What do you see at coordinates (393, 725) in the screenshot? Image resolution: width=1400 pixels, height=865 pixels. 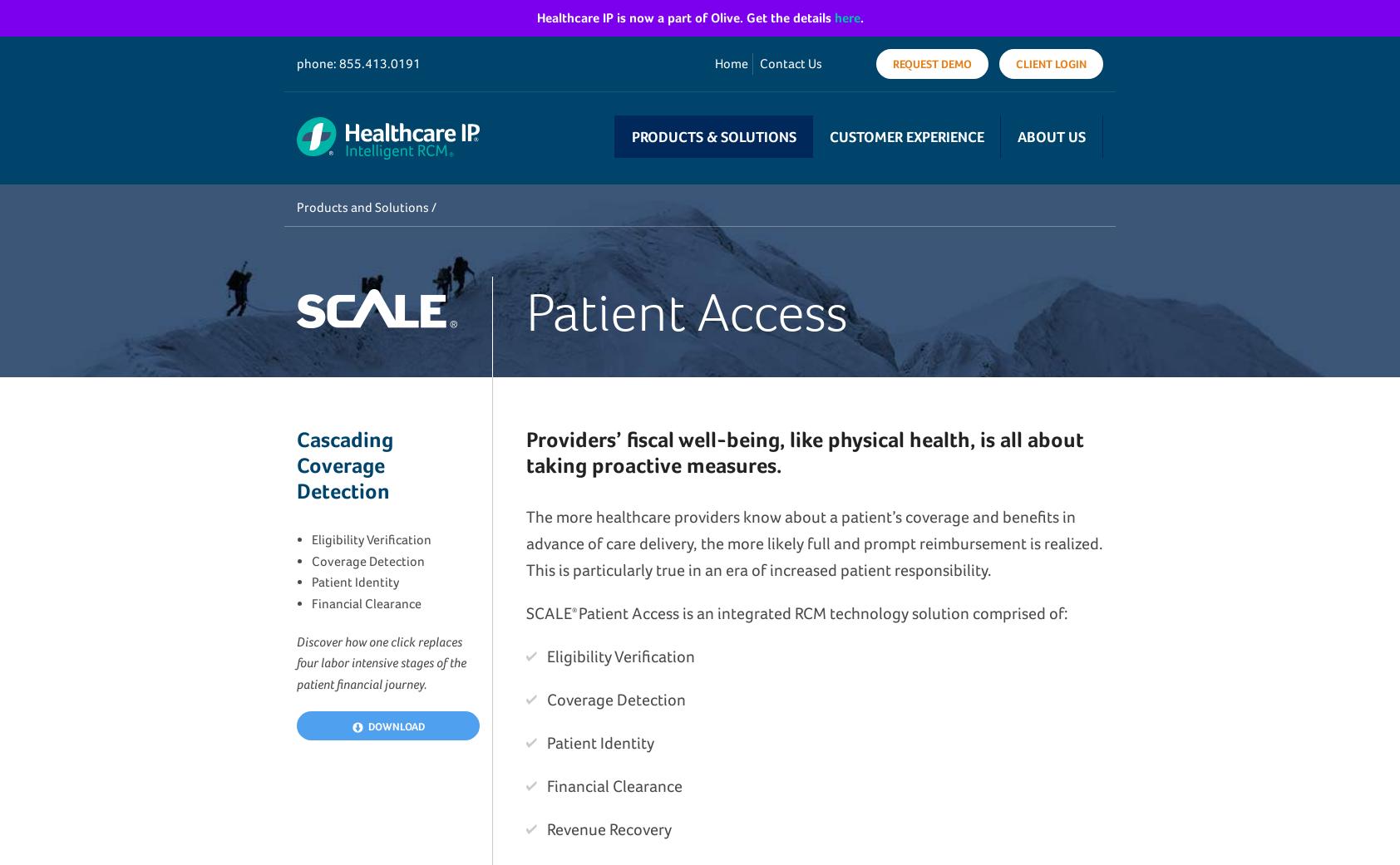 I see `'Download'` at bounding box center [393, 725].